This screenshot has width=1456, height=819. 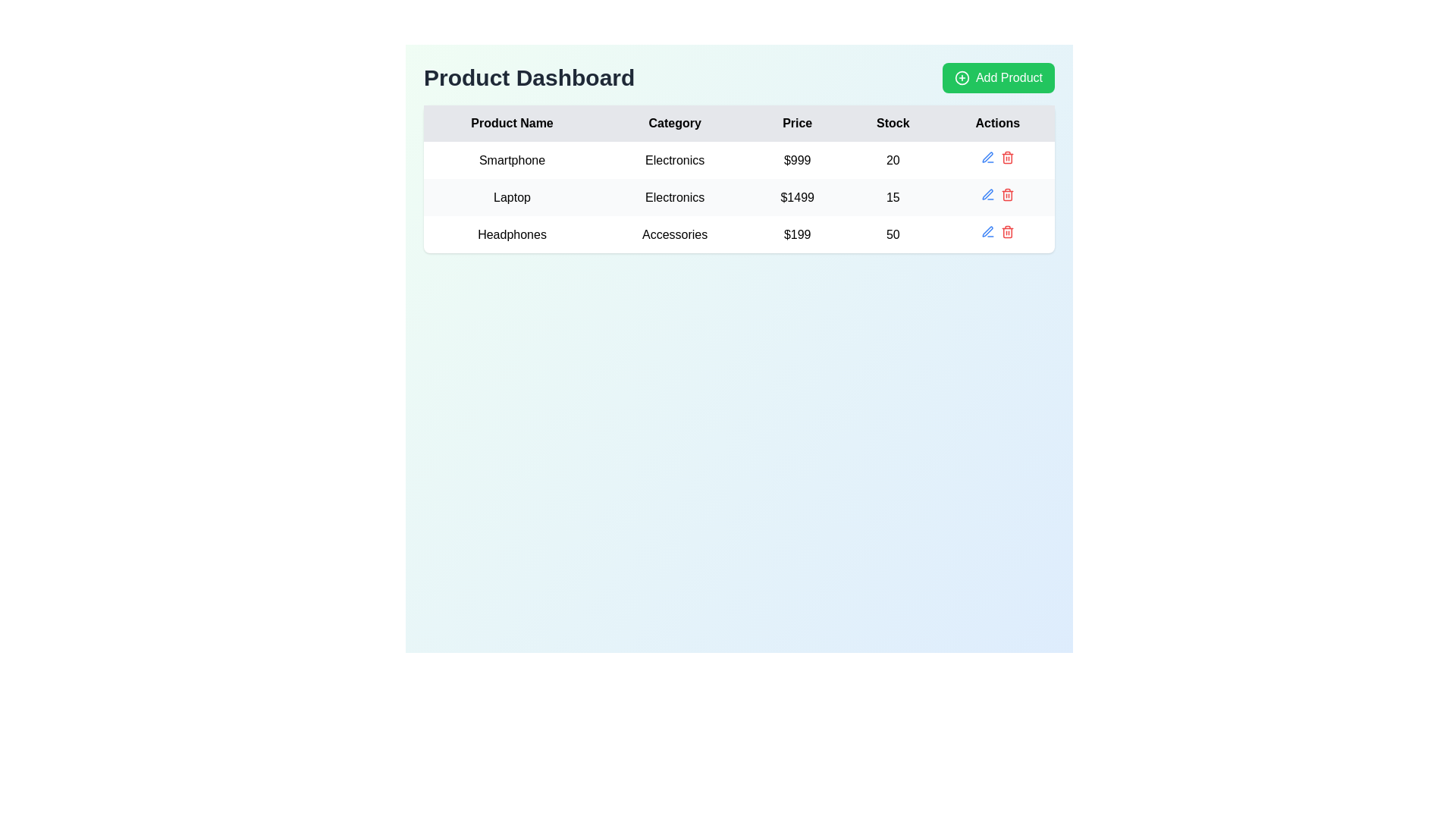 I want to click on the text element displaying the price '$199' in the 'Price' column of the table for the product 'Headphones', so click(x=796, y=234).